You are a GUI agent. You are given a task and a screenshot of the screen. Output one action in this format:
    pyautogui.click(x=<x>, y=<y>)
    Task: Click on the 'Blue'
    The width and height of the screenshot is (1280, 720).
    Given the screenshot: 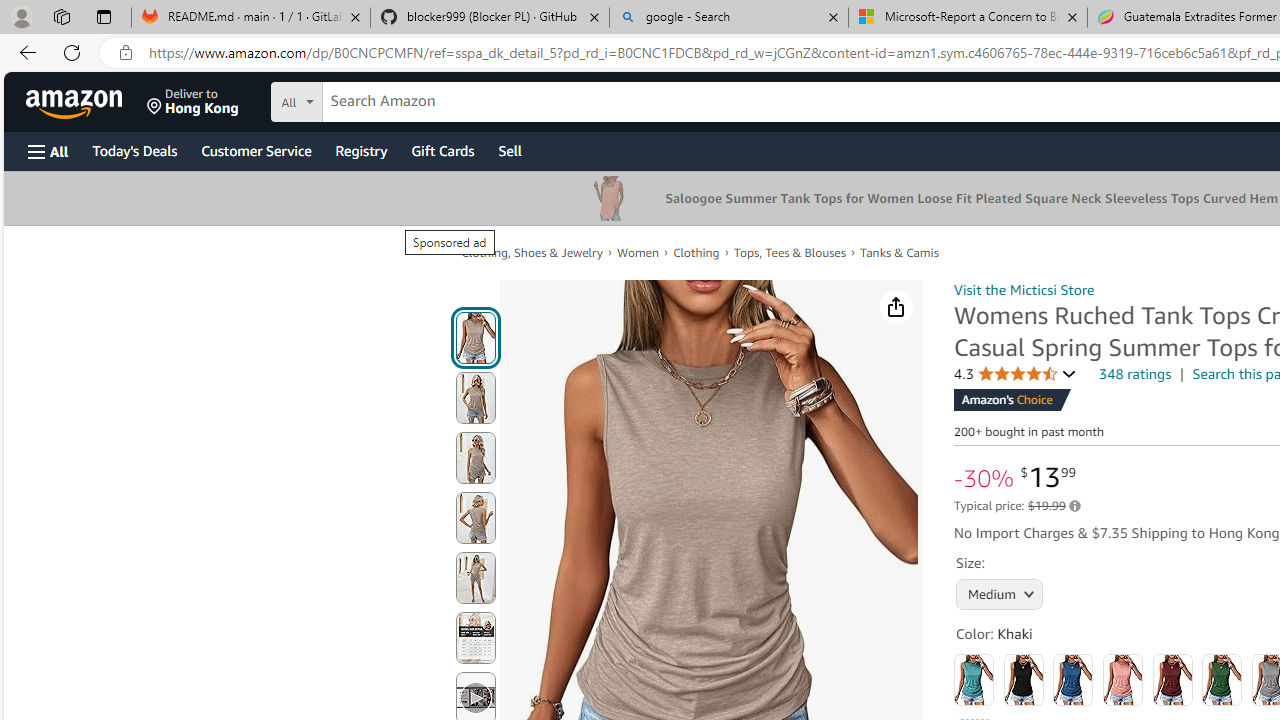 What is the action you would take?
    pyautogui.click(x=1072, y=679)
    